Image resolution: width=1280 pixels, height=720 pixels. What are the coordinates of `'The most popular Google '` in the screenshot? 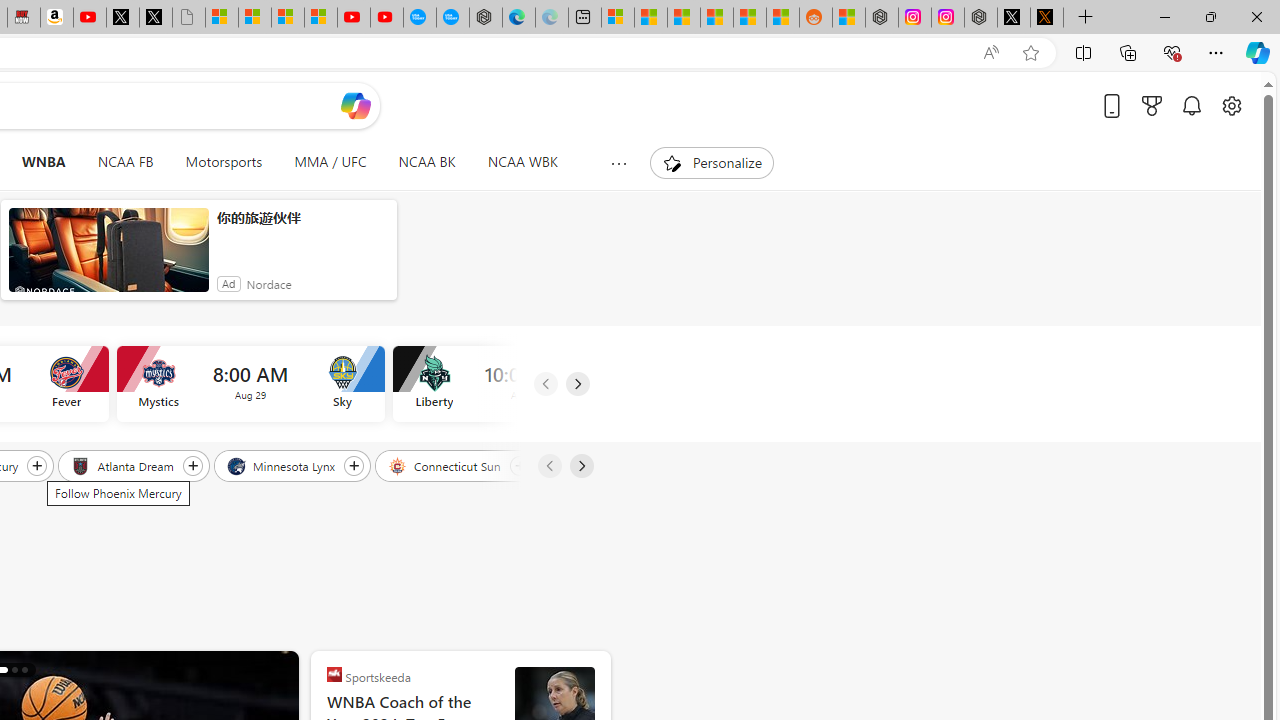 It's located at (451, 17).